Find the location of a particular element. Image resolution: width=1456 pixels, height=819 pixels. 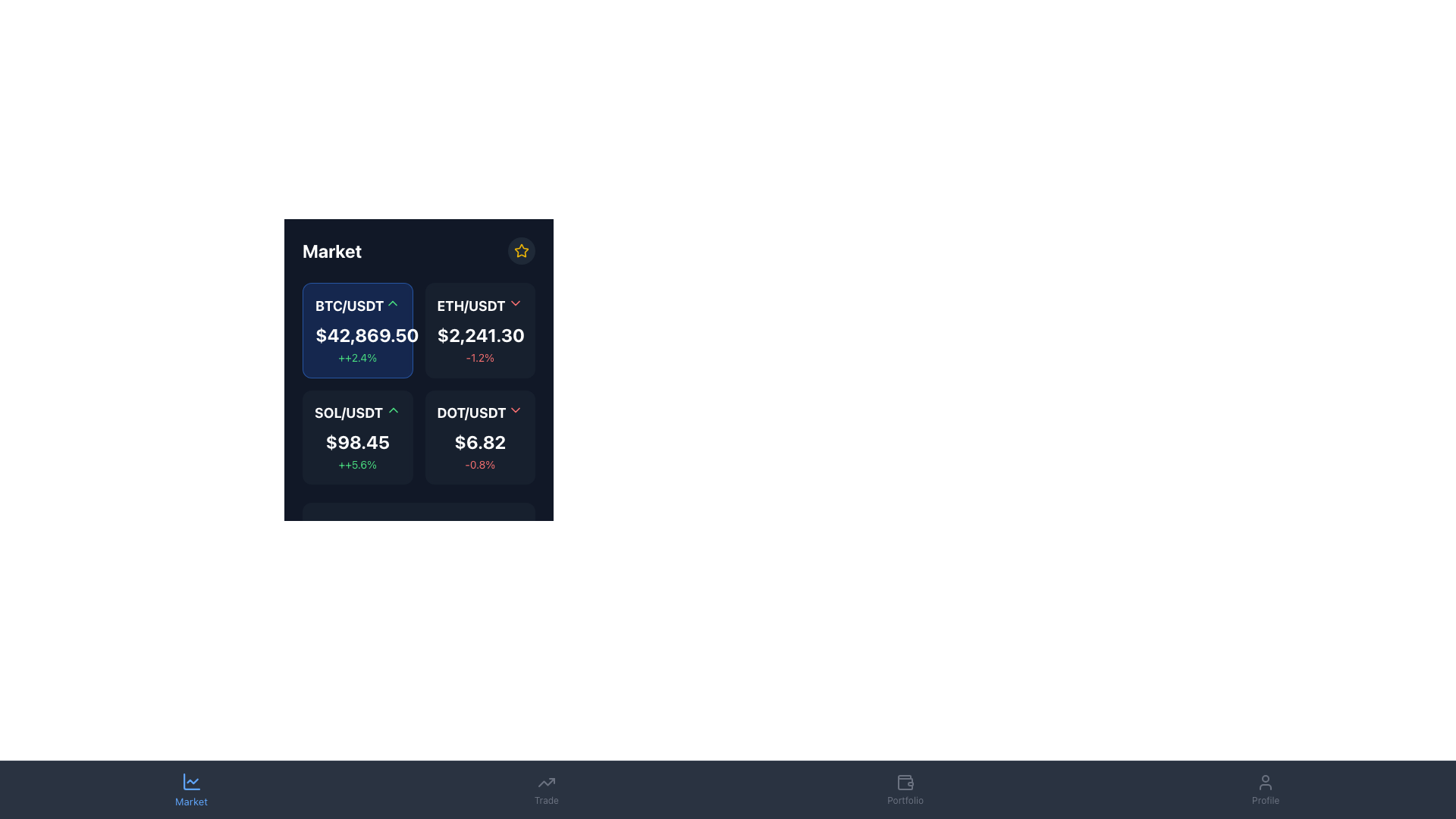

the text label displaying 'Trade', which is styled in light gray and positioned centrally within the third tab of the bottom navigation bar, directly below the trending line icon is located at coordinates (546, 800).